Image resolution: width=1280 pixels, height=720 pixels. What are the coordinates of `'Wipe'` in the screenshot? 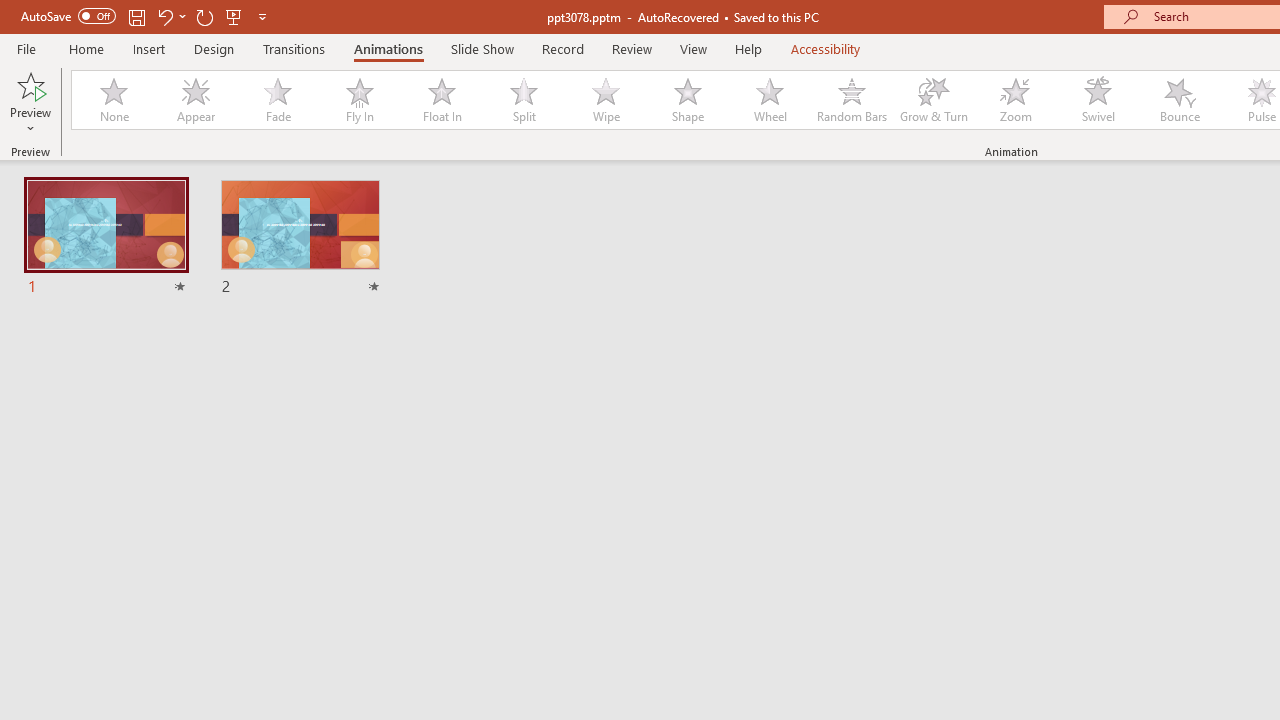 It's located at (604, 100).